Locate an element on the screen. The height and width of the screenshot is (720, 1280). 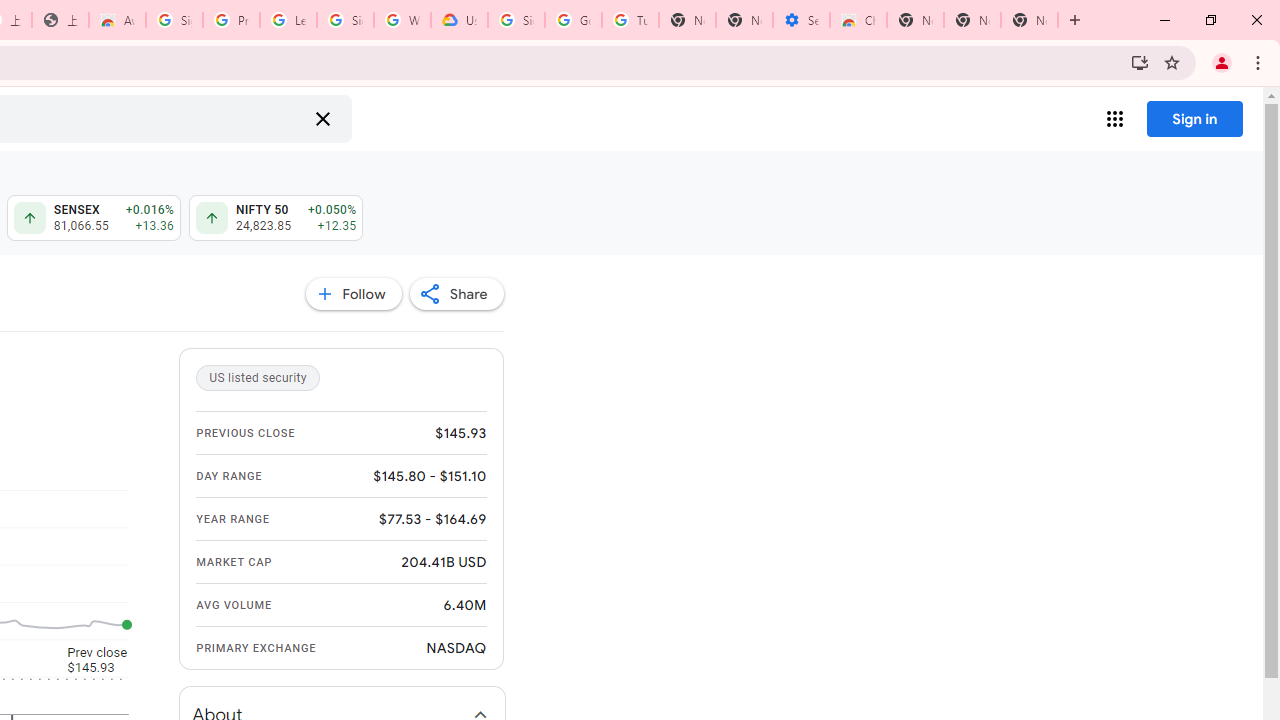
'Sign in - Google Accounts' is located at coordinates (174, 20).